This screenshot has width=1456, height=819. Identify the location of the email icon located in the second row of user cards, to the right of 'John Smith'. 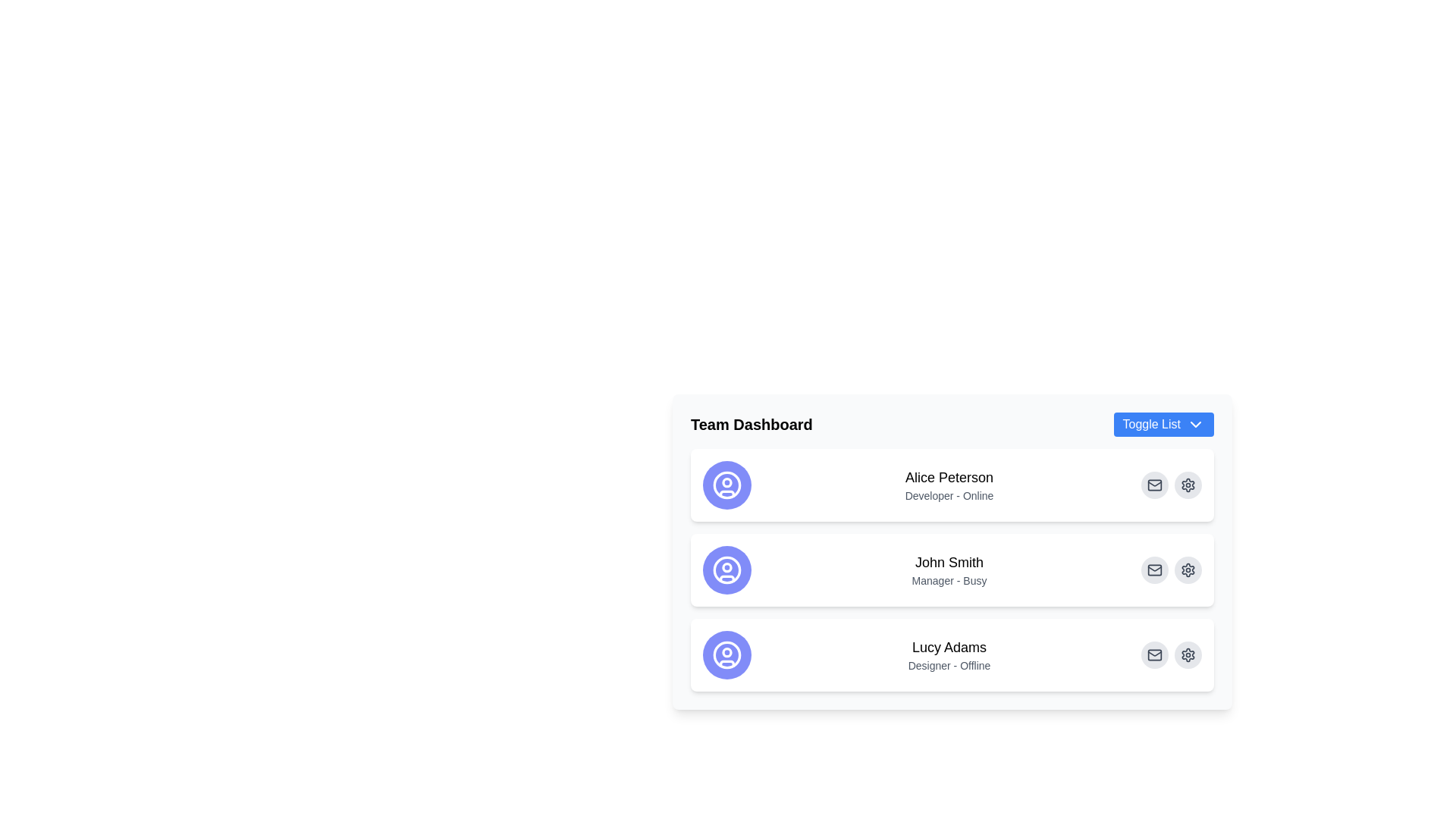
(1153, 570).